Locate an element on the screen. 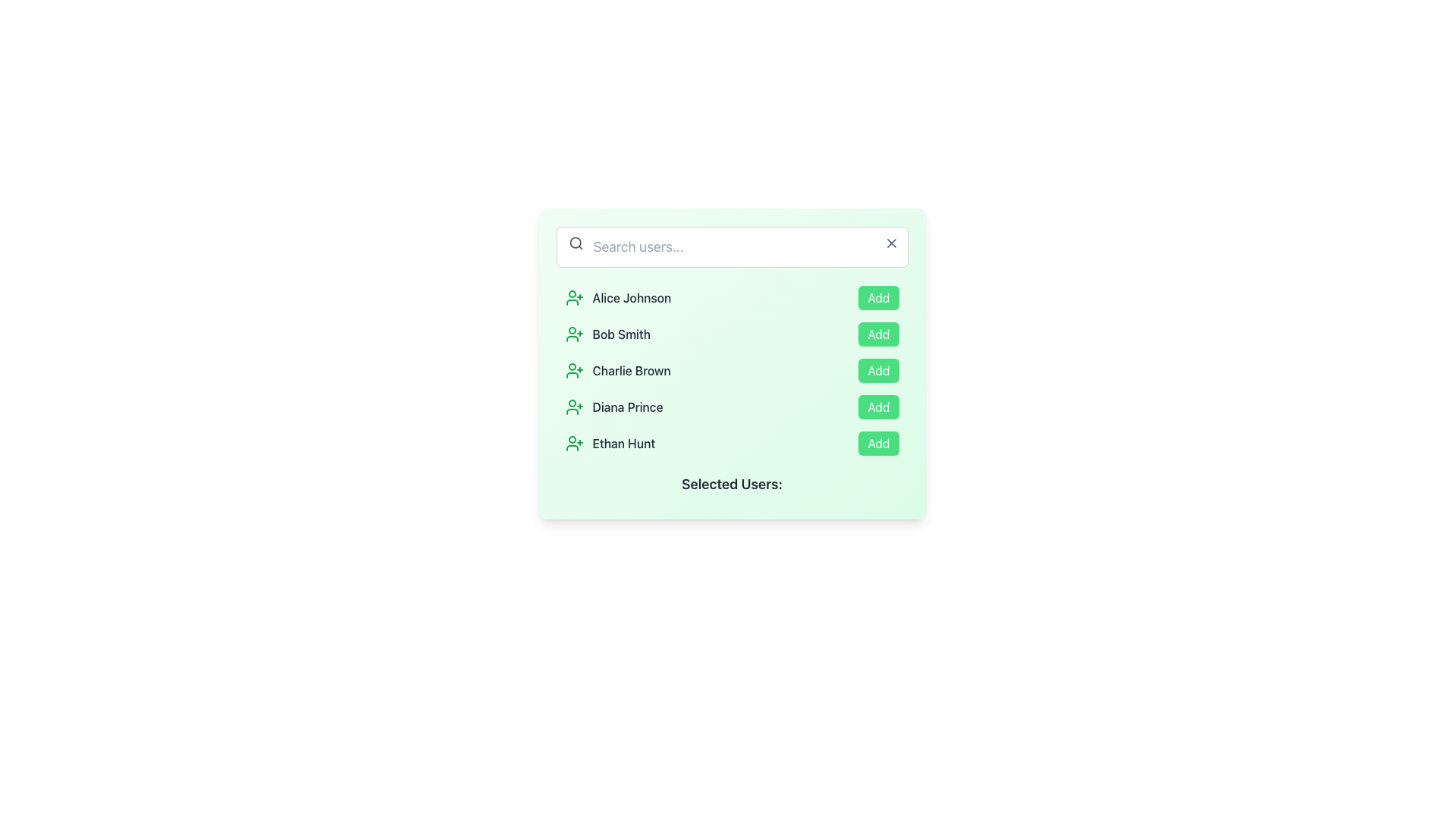 The height and width of the screenshot is (819, 1456). on the text label displaying the name 'Bob Smith' is located at coordinates (607, 333).